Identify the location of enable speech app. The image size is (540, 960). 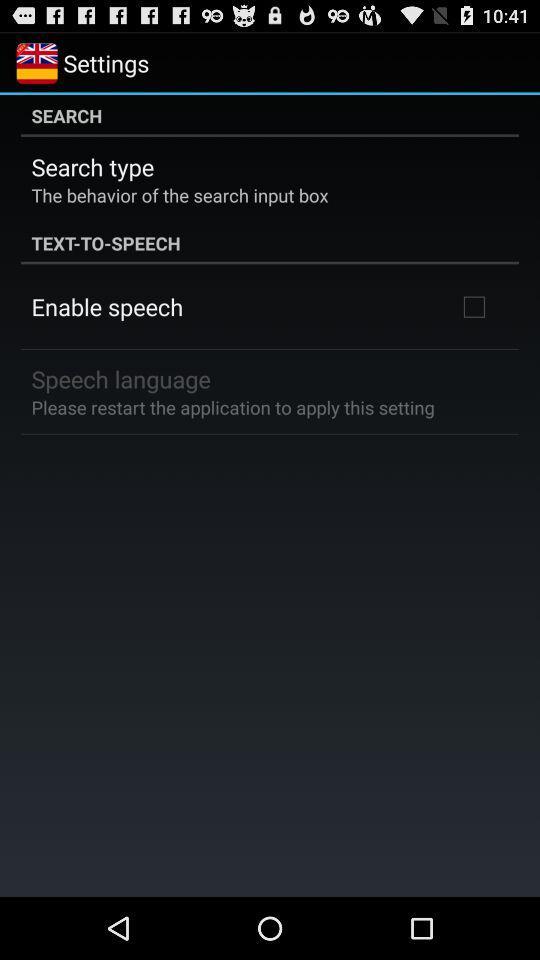
(107, 306).